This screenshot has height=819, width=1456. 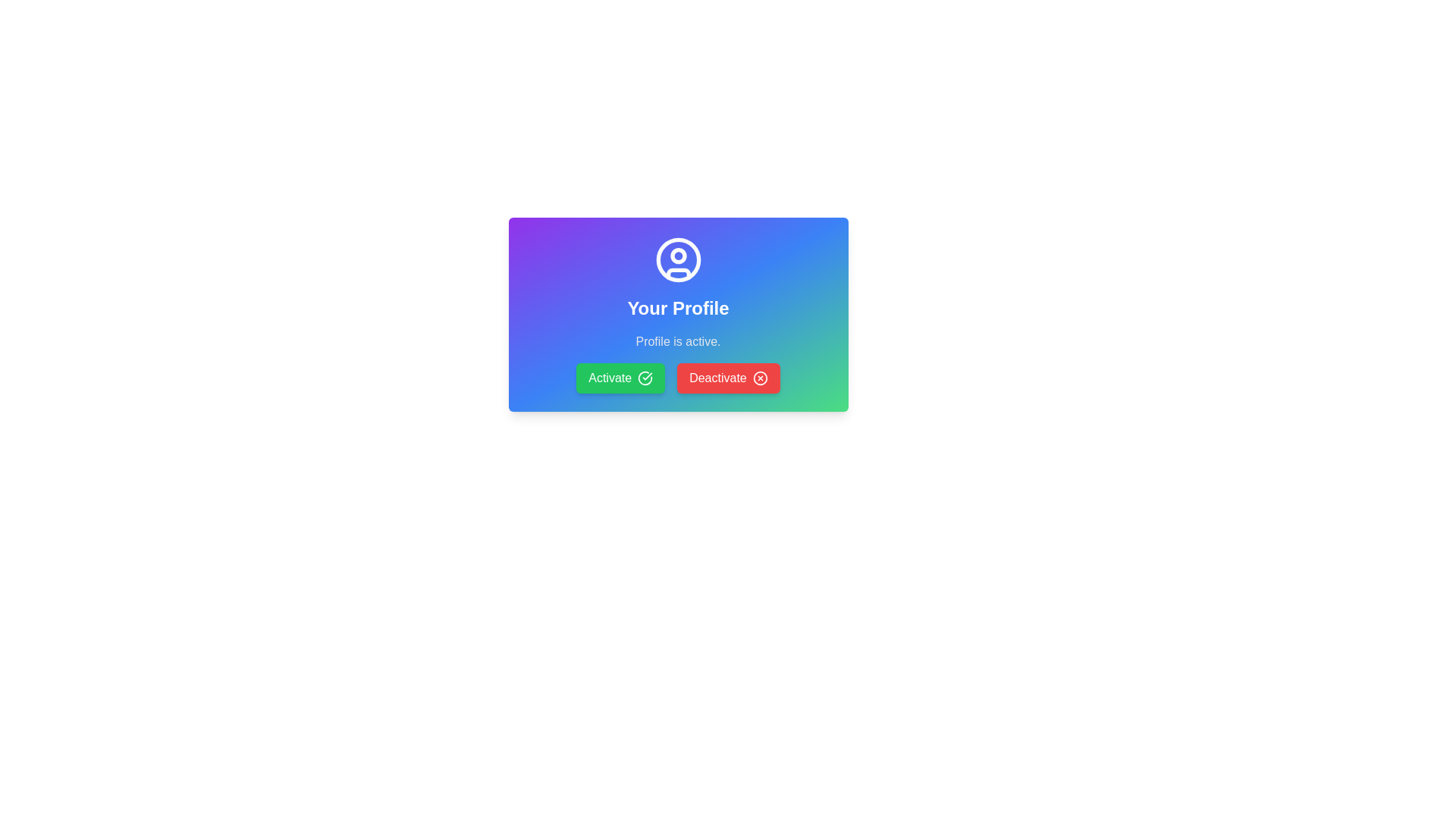 I want to click on the 'Activate' button icon, which features a check mark imagery, located at the right edge of the 'Activate' button, so click(x=645, y=377).